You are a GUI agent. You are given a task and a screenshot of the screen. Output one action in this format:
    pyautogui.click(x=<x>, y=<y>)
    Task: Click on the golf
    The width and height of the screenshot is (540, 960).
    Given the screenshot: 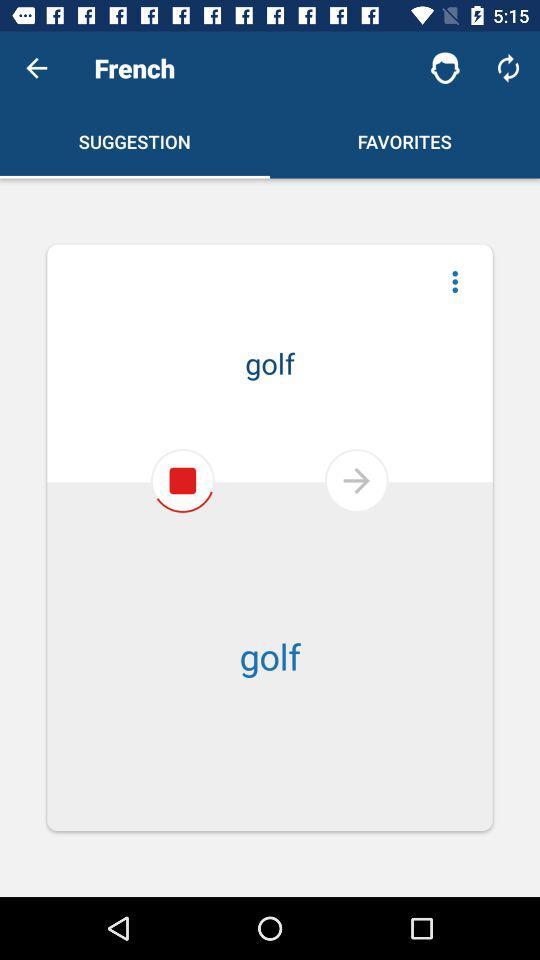 What is the action you would take?
    pyautogui.click(x=270, y=623)
    